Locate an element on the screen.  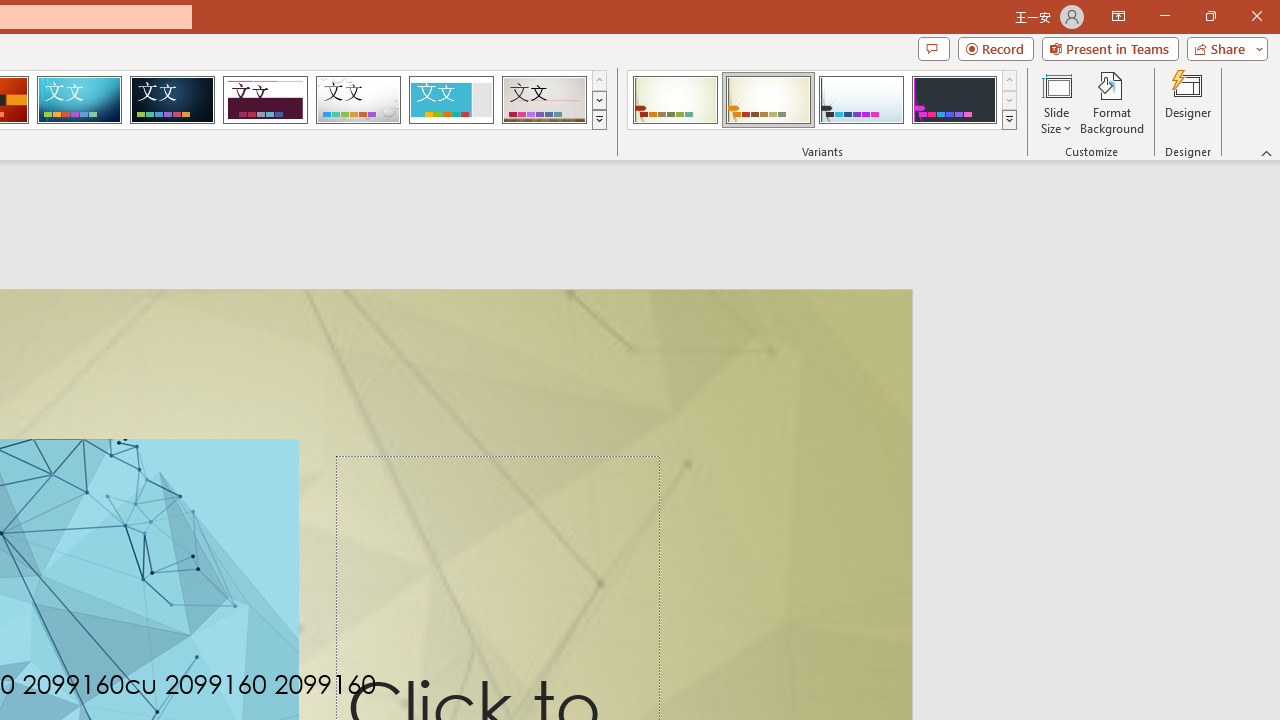
'Damask Loading Preview...' is located at coordinates (172, 100).